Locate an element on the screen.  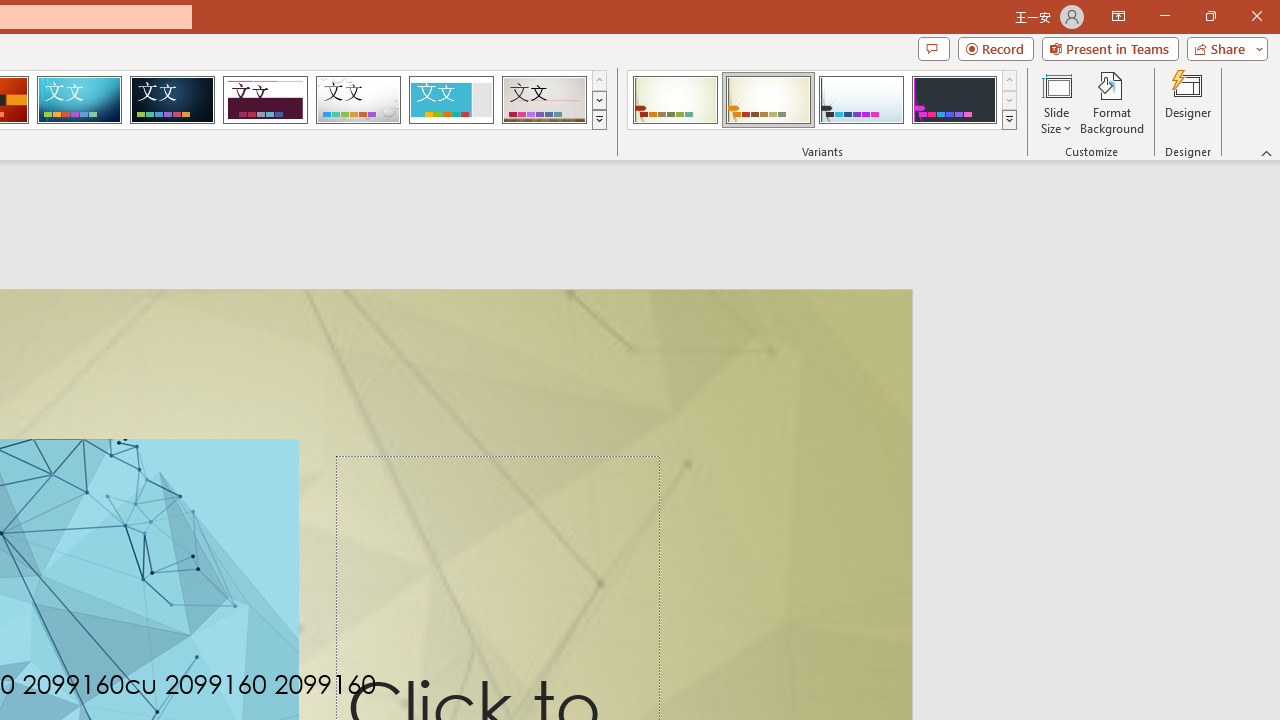
'Damask Loading Preview...' is located at coordinates (172, 100).